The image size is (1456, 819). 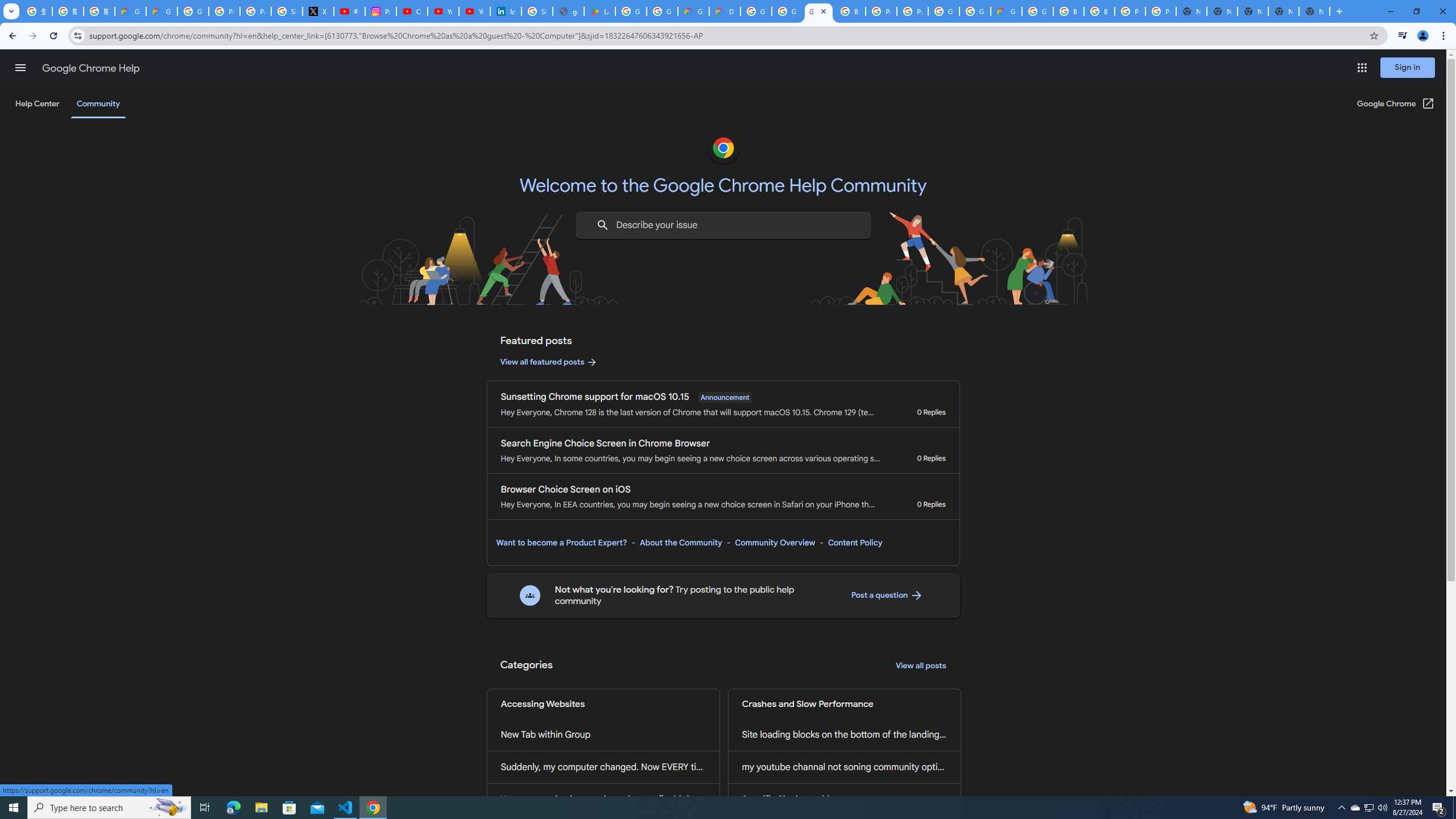 What do you see at coordinates (19, 67) in the screenshot?
I see `'Main menu'` at bounding box center [19, 67].